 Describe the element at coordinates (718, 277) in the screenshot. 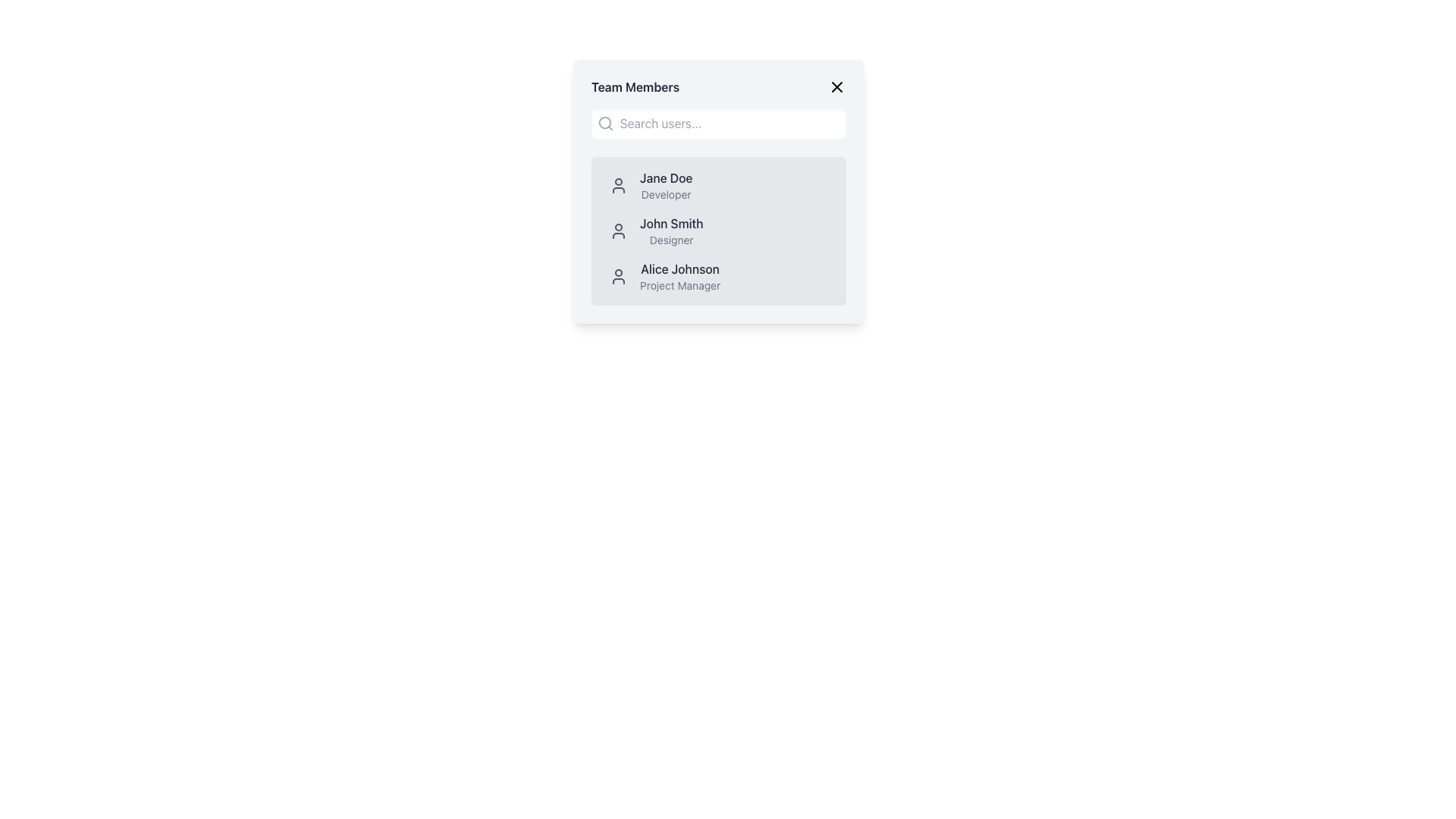

I see `the third list item displaying a team member's information, located between 'John Smith' and other team members` at that location.